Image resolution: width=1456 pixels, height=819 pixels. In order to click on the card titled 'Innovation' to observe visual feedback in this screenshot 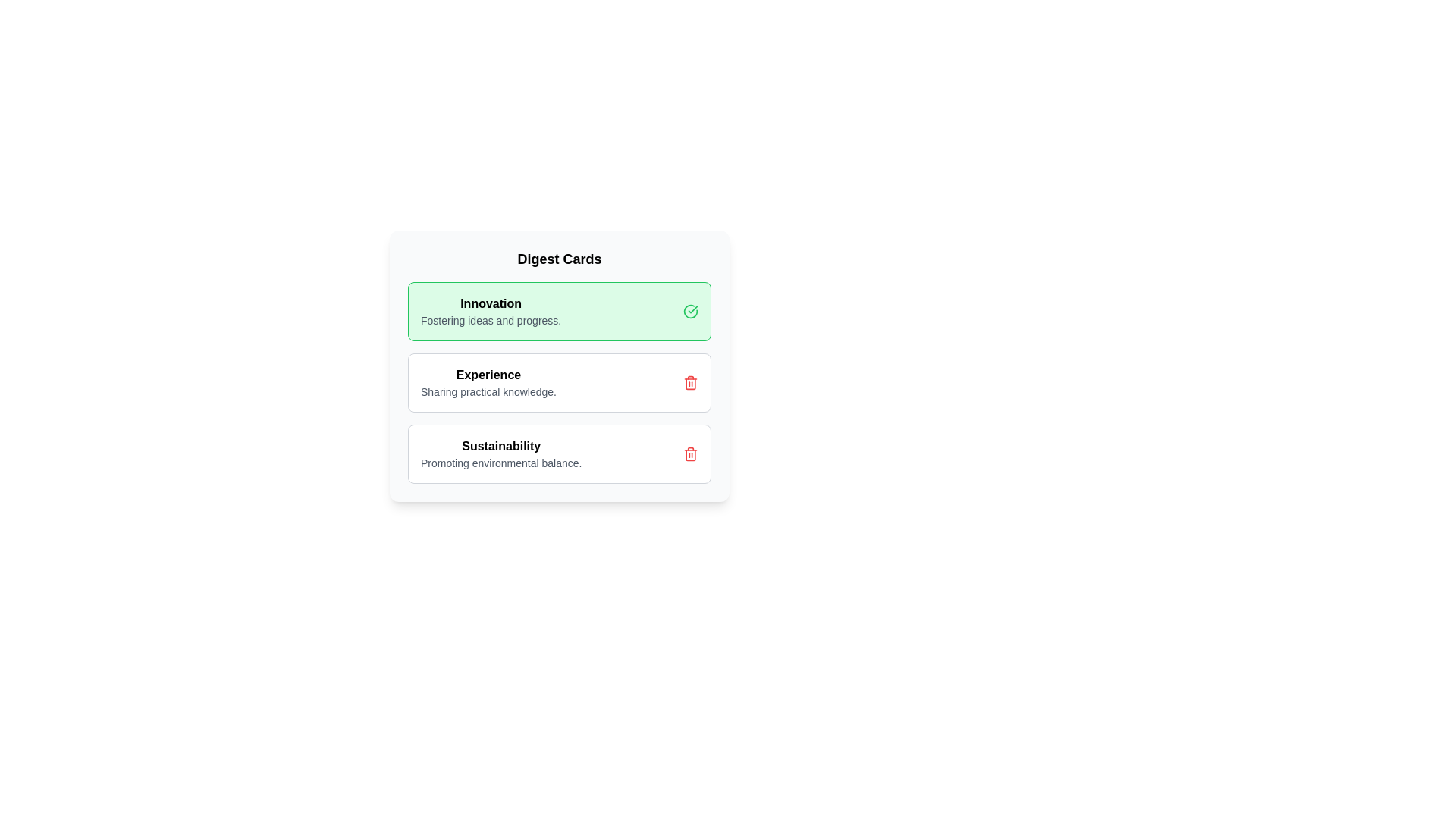, I will do `click(559, 311)`.